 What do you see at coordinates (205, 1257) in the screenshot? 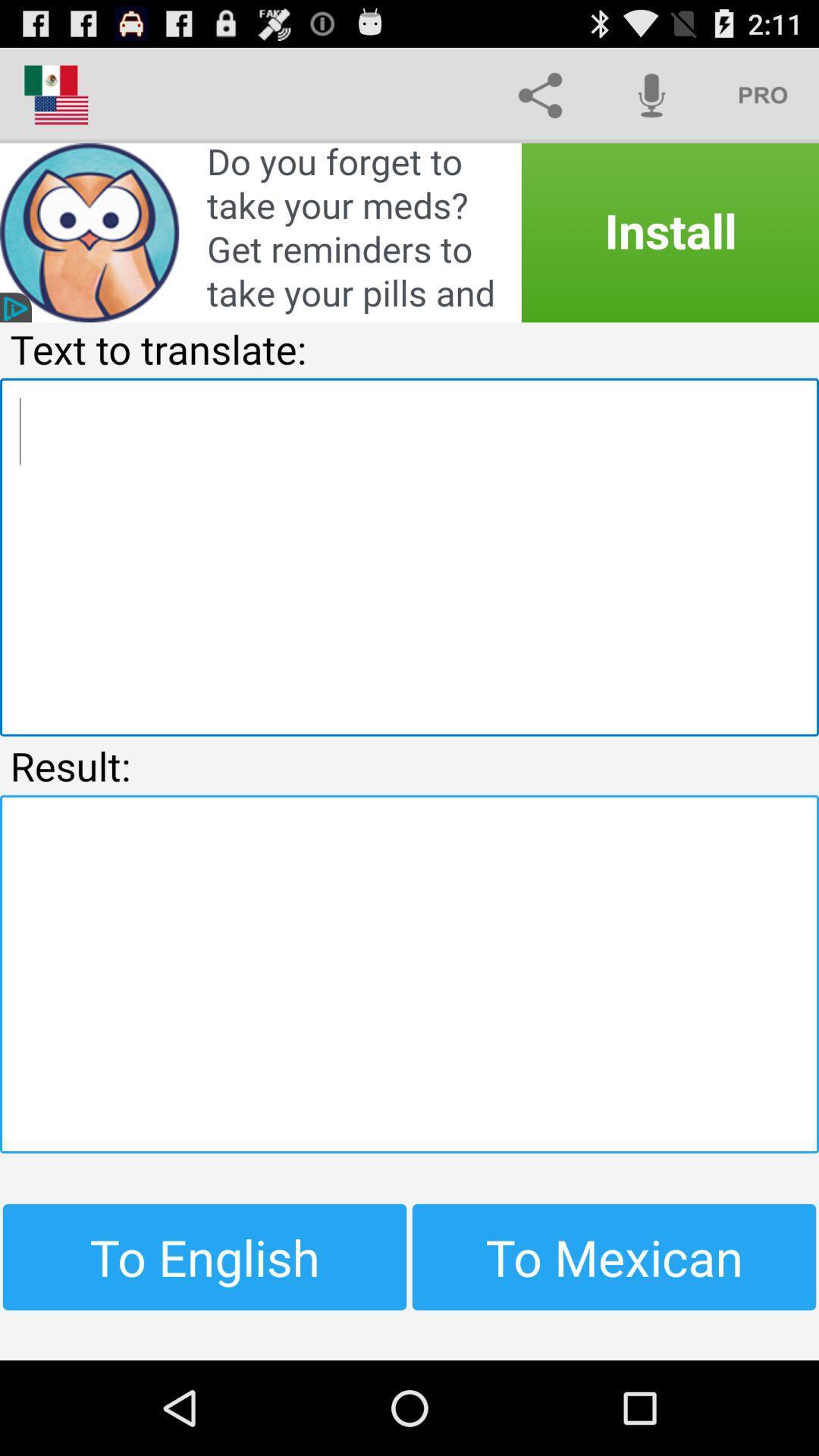
I see `the to english` at bounding box center [205, 1257].